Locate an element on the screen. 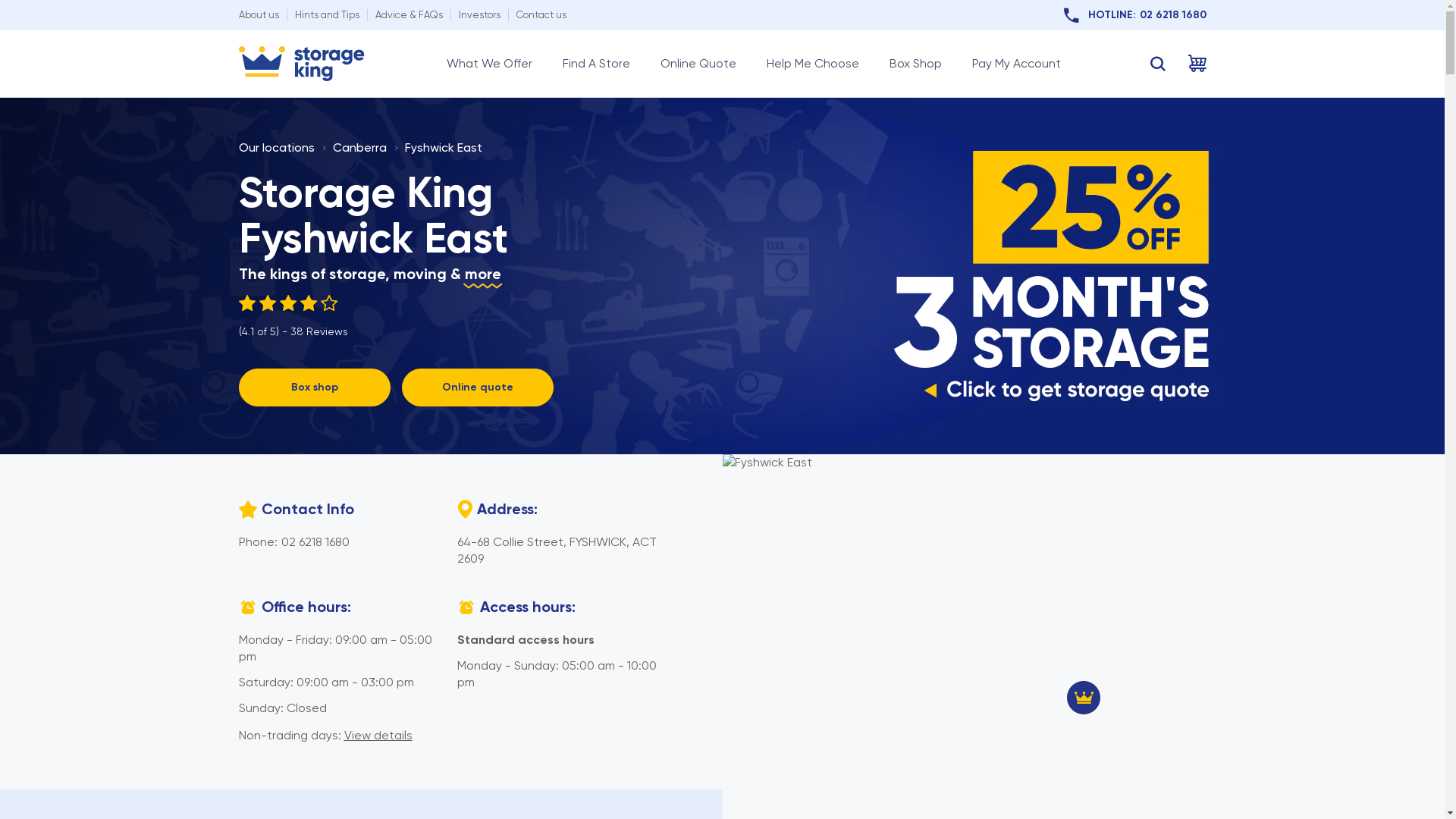 This screenshot has height=819, width=1456. 'Box shop' is located at coordinates (237, 386).